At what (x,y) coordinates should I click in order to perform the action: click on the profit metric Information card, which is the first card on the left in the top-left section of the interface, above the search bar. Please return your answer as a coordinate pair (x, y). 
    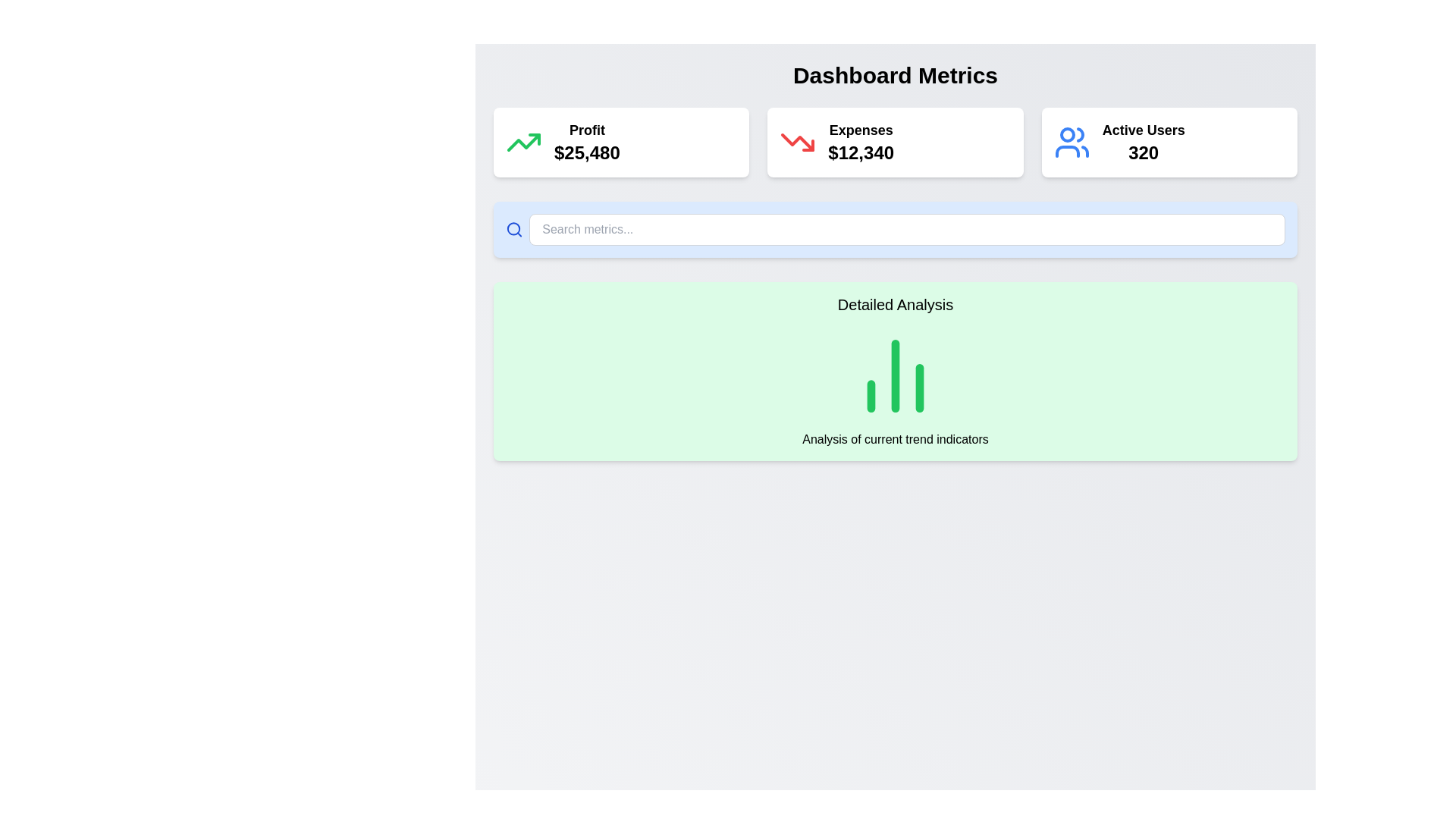
    Looking at the image, I should click on (621, 143).